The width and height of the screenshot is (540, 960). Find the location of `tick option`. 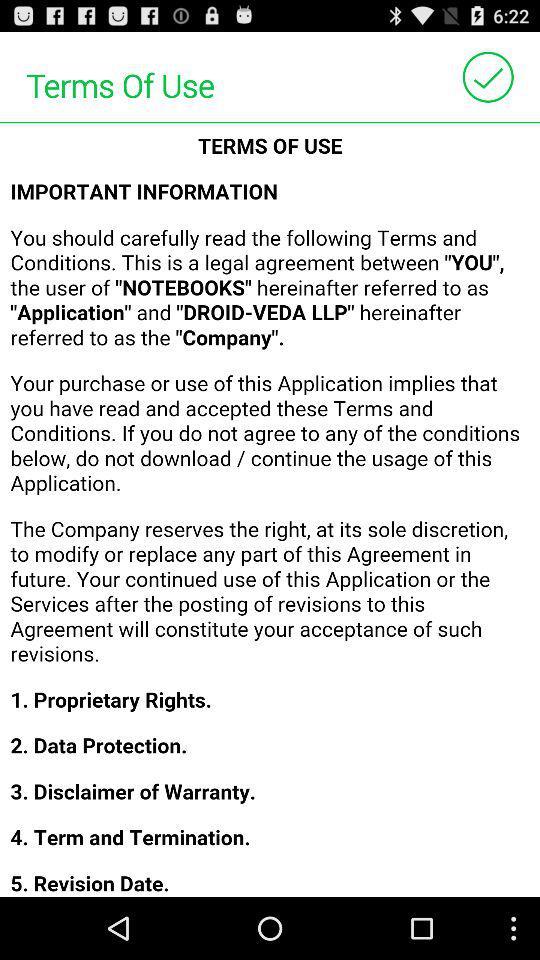

tick option is located at coordinates (487, 77).